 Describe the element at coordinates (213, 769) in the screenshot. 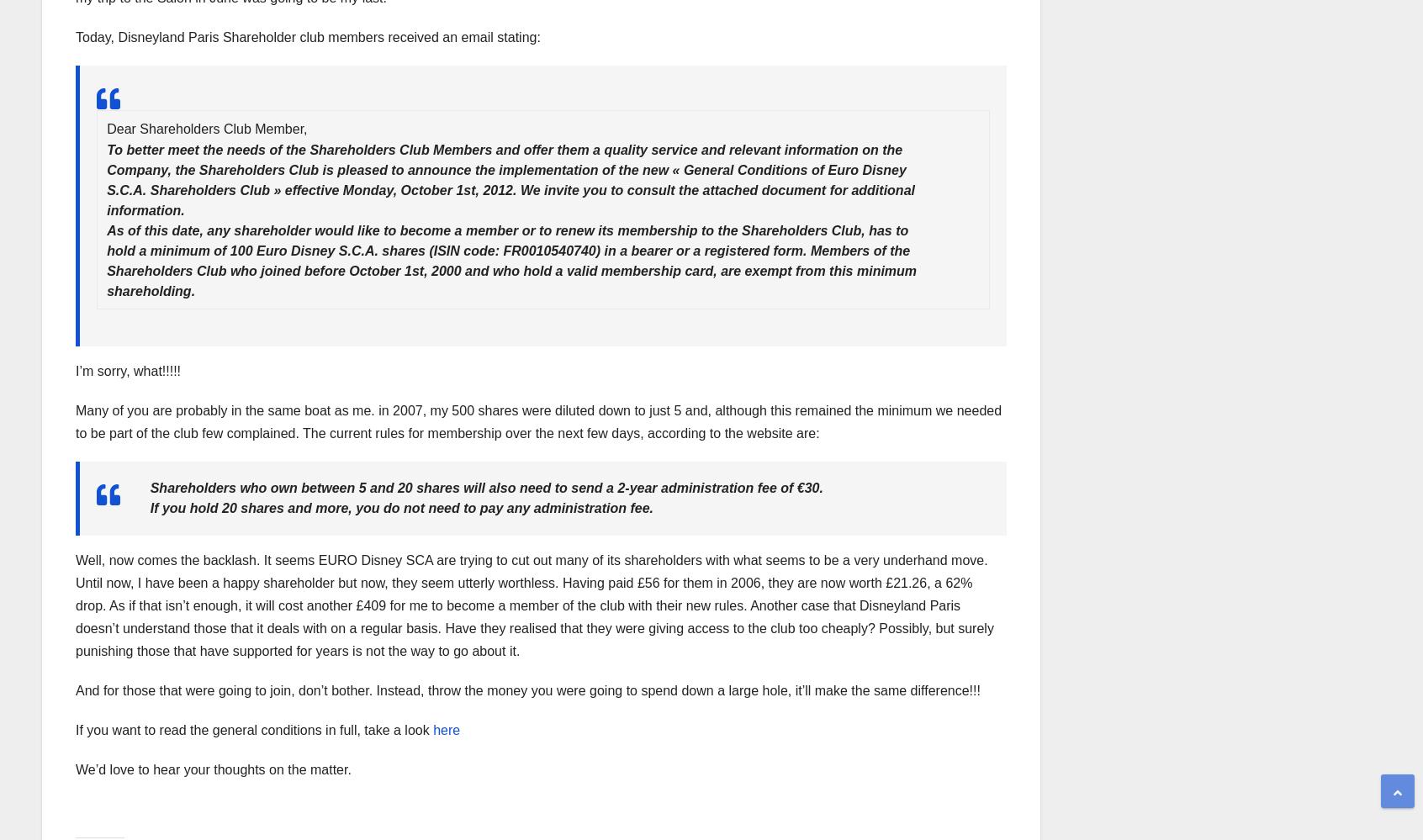

I see `'We’d love to hear your thoughts on the matter.'` at that location.